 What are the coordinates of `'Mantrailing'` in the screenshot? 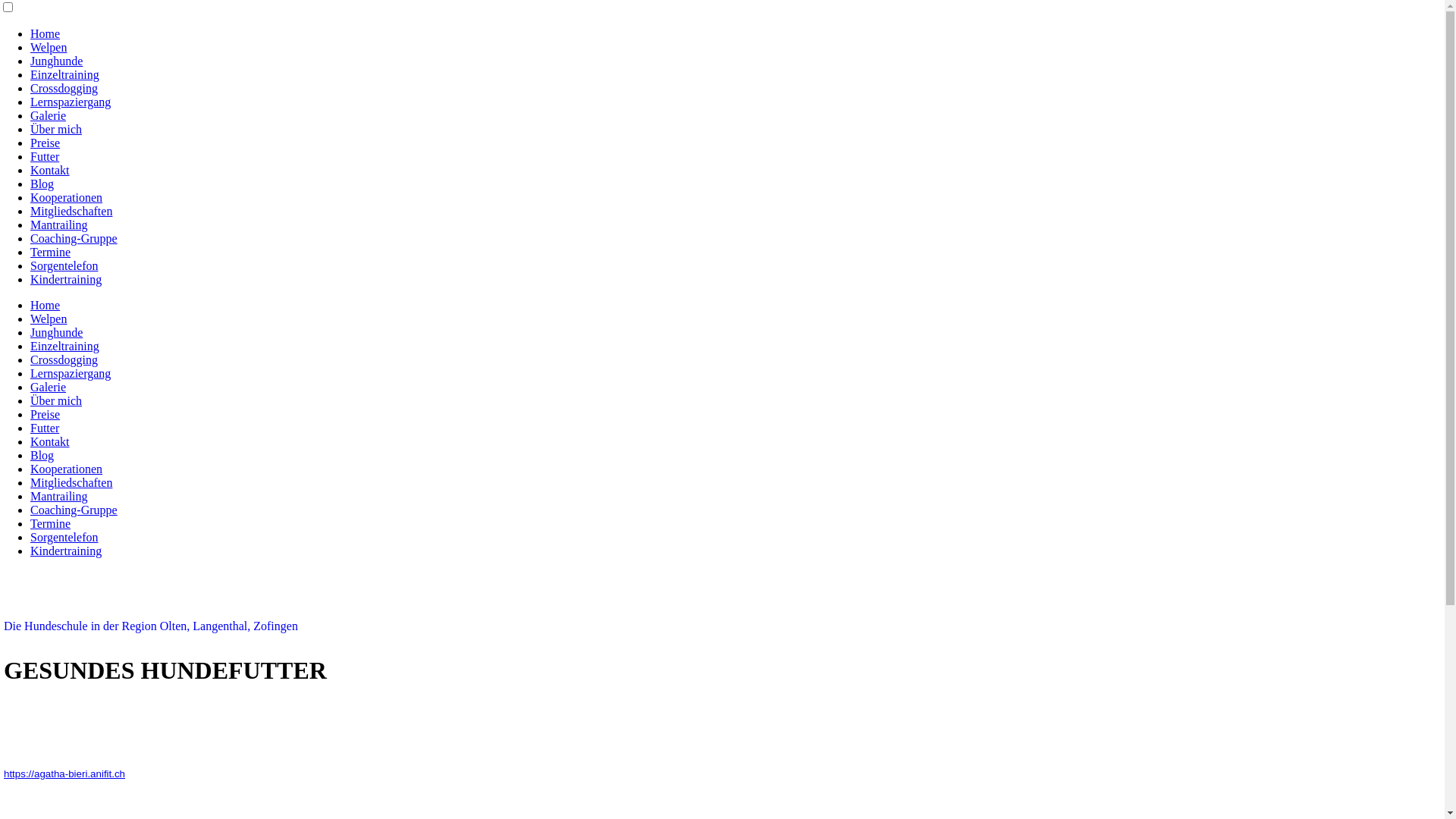 It's located at (58, 224).